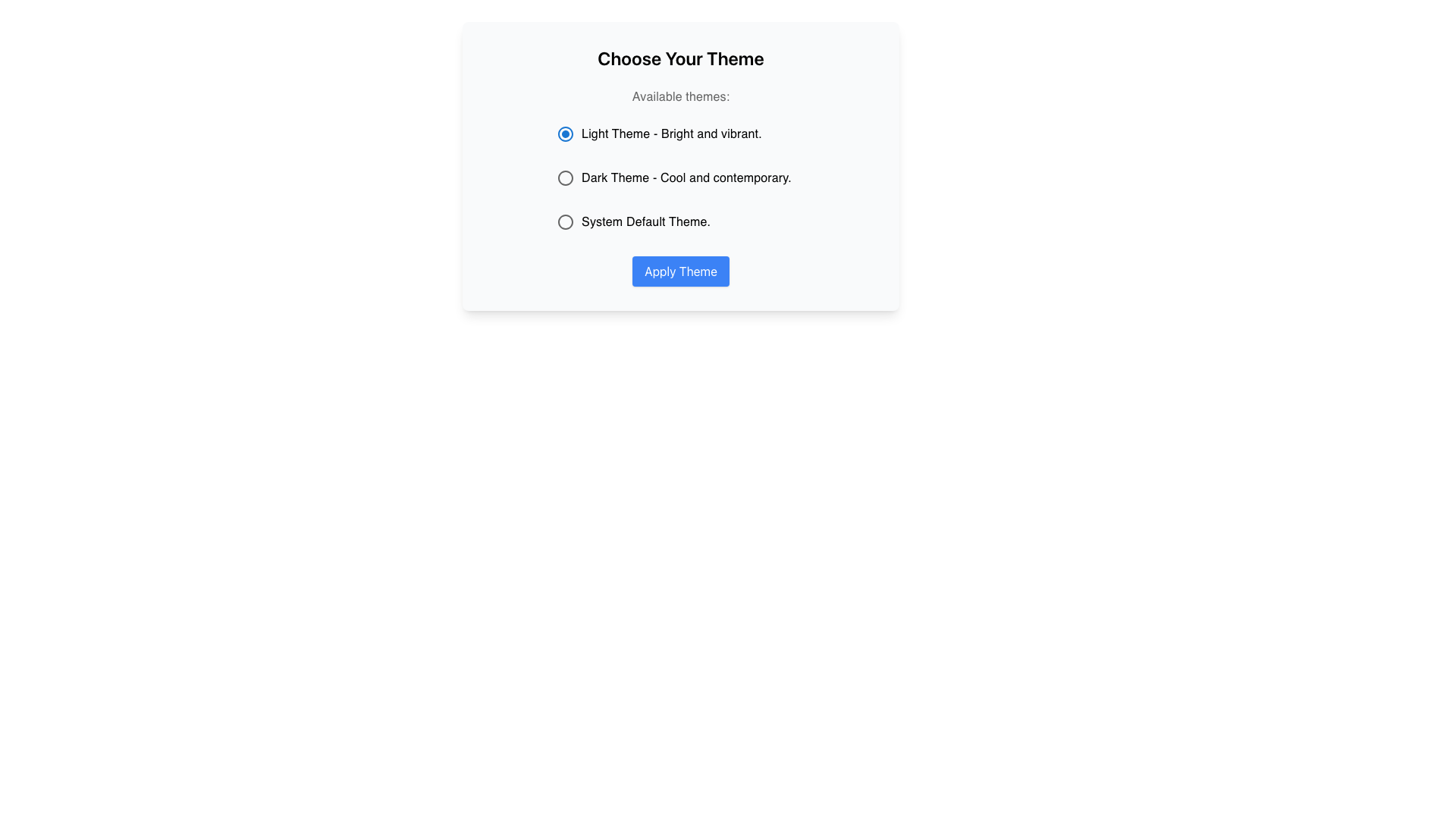  Describe the element at coordinates (565, 222) in the screenshot. I see `the radio button for the 'System Default Theme' option, which is the third option in a vertically stacked list of radio buttons` at that location.